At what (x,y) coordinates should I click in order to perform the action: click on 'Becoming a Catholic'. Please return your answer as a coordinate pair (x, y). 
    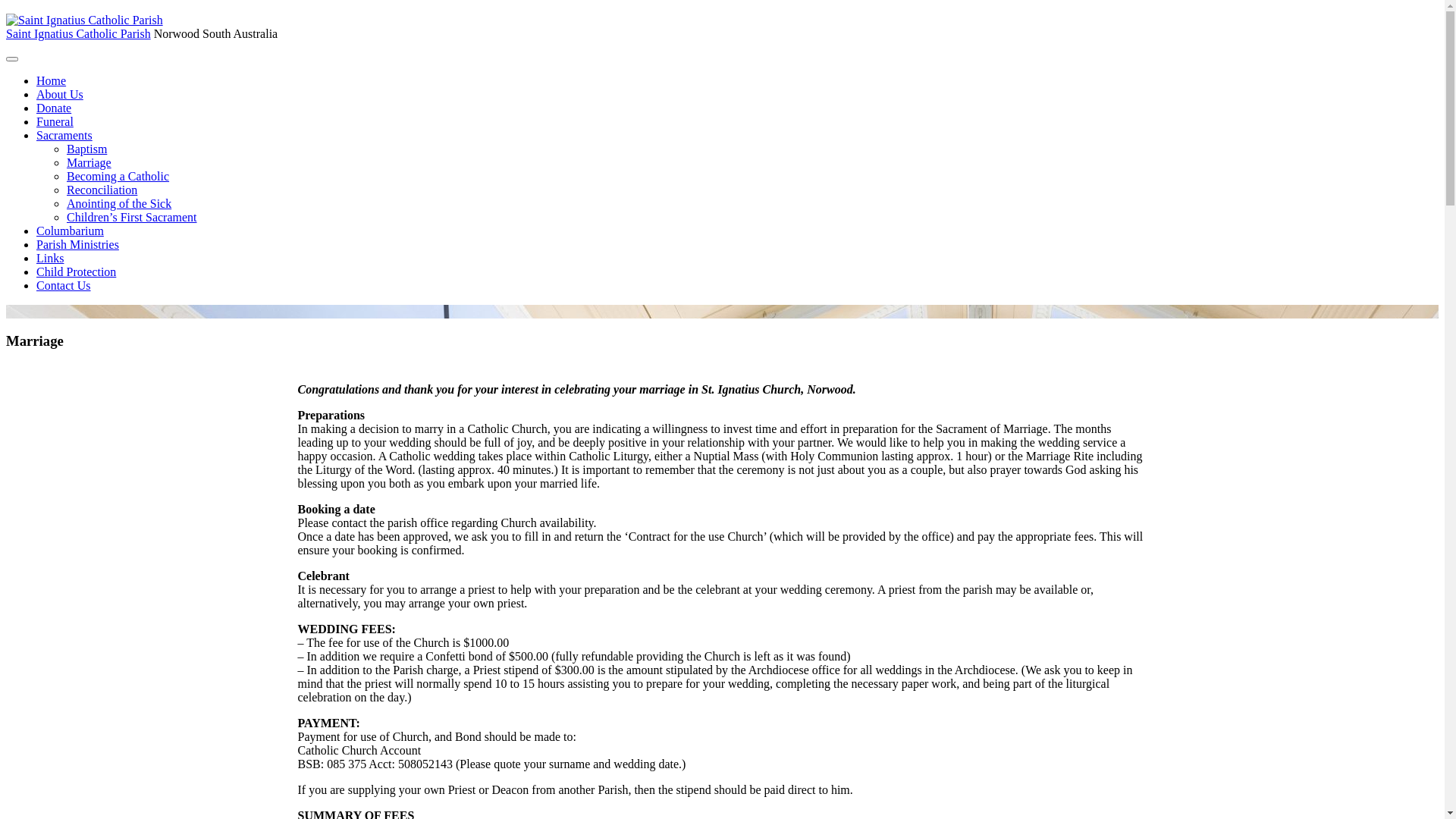
    Looking at the image, I should click on (65, 175).